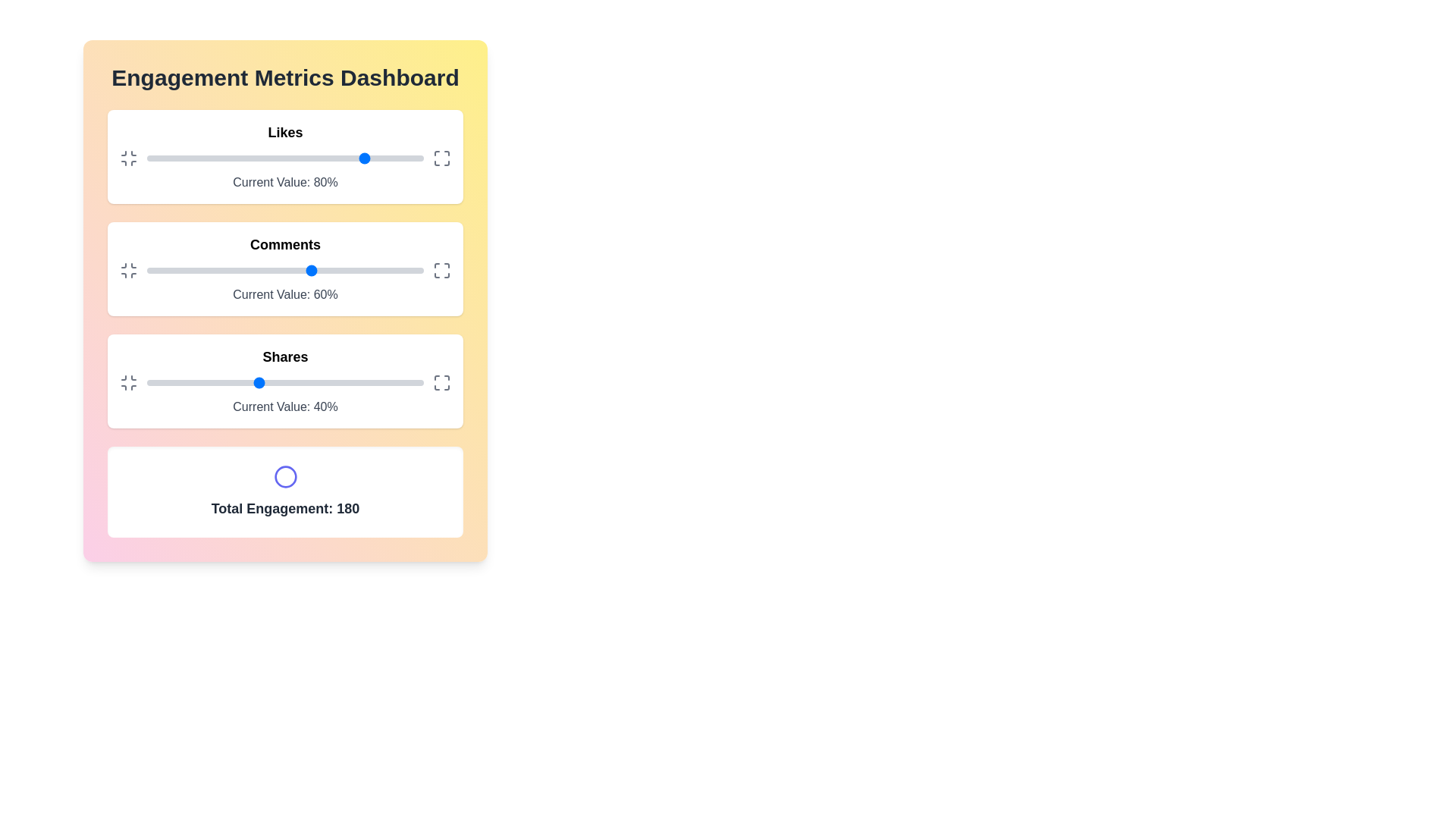 This screenshot has width=1456, height=819. I want to click on the comments slider, so click(277, 270).